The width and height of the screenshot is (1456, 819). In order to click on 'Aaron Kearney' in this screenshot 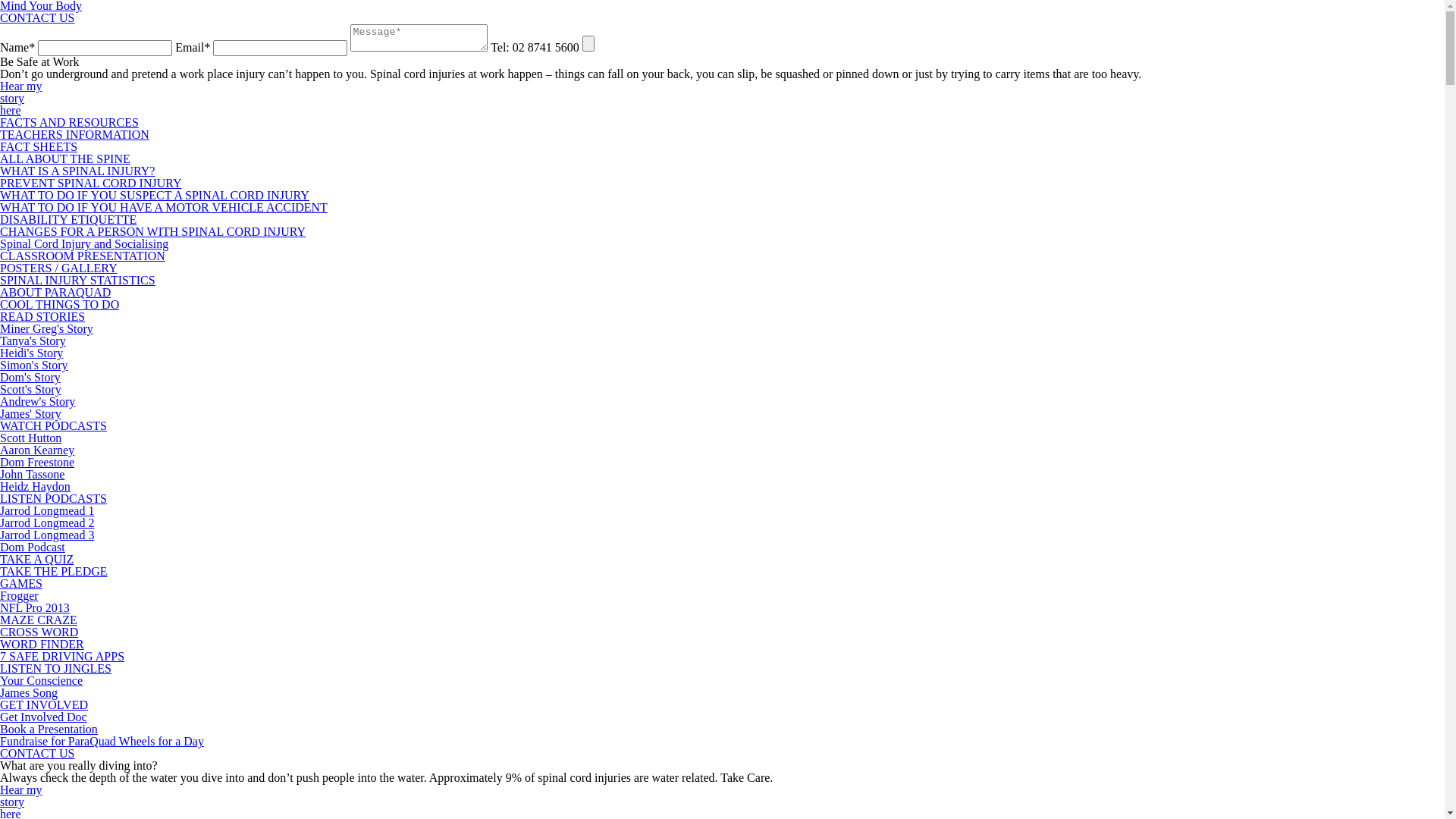, I will do `click(36, 449)`.